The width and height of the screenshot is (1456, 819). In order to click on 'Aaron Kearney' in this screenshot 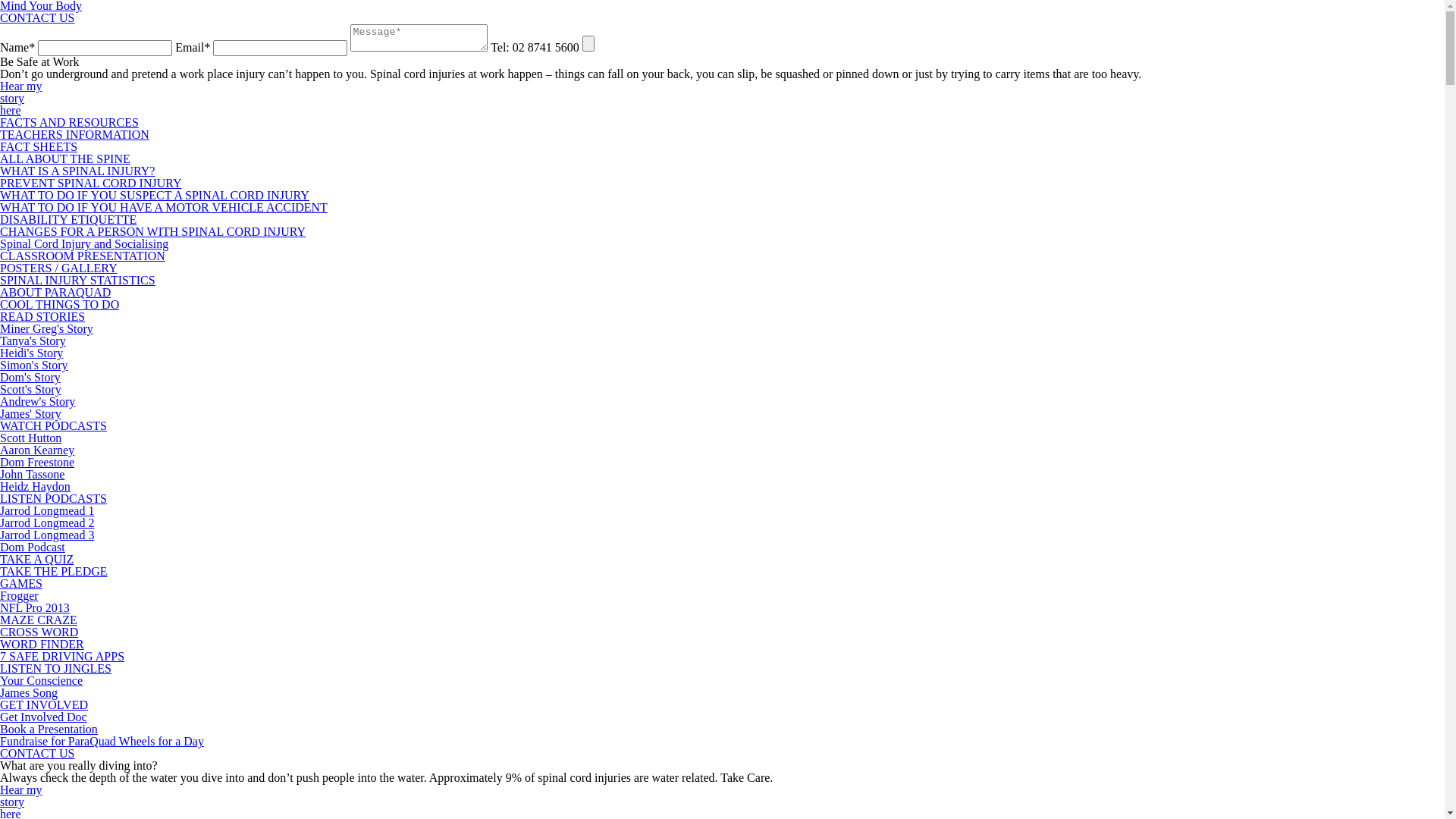, I will do `click(36, 449)`.